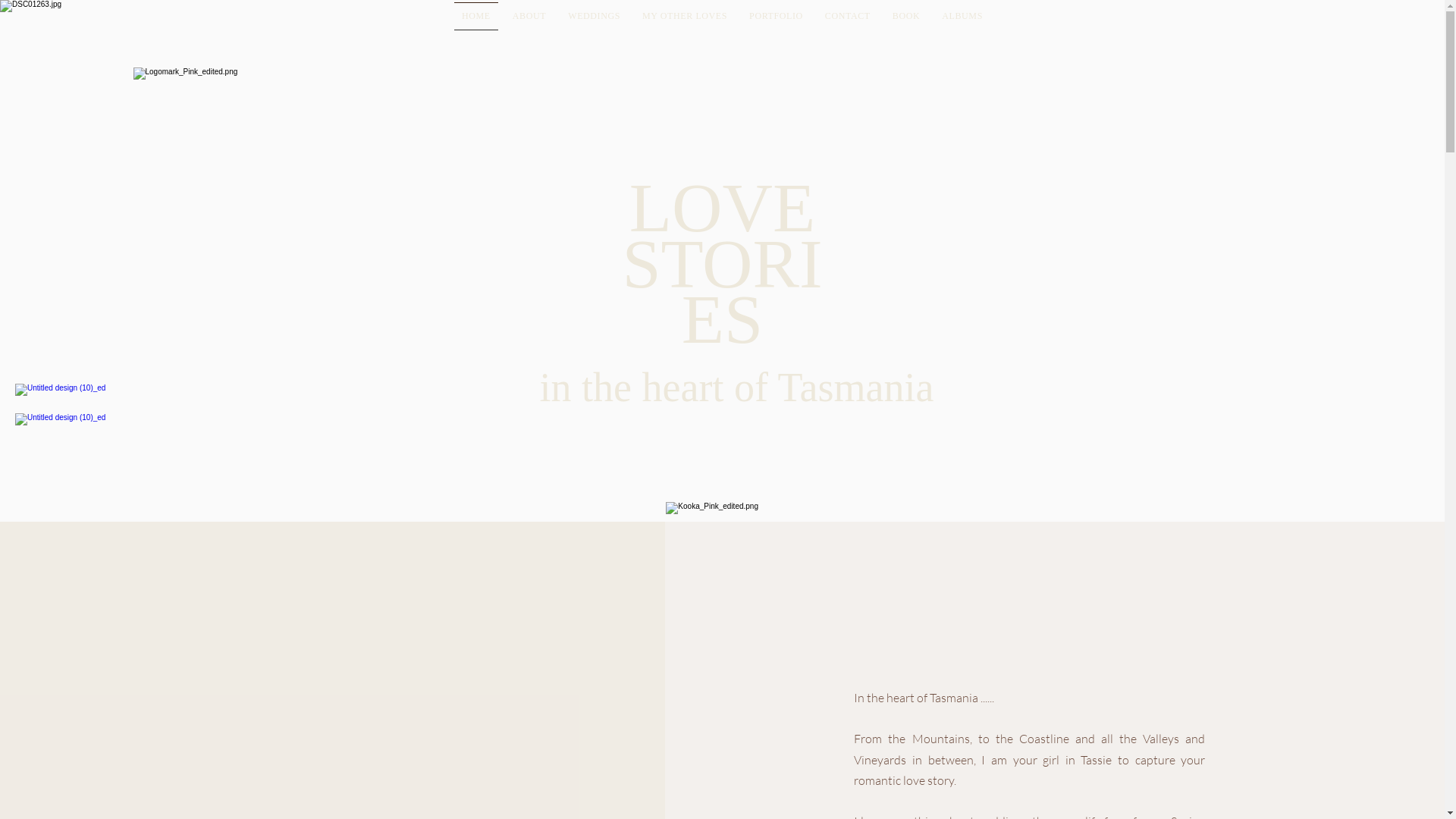 The image size is (1456, 819). I want to click on 'ALBUMS', so click(962, 16).